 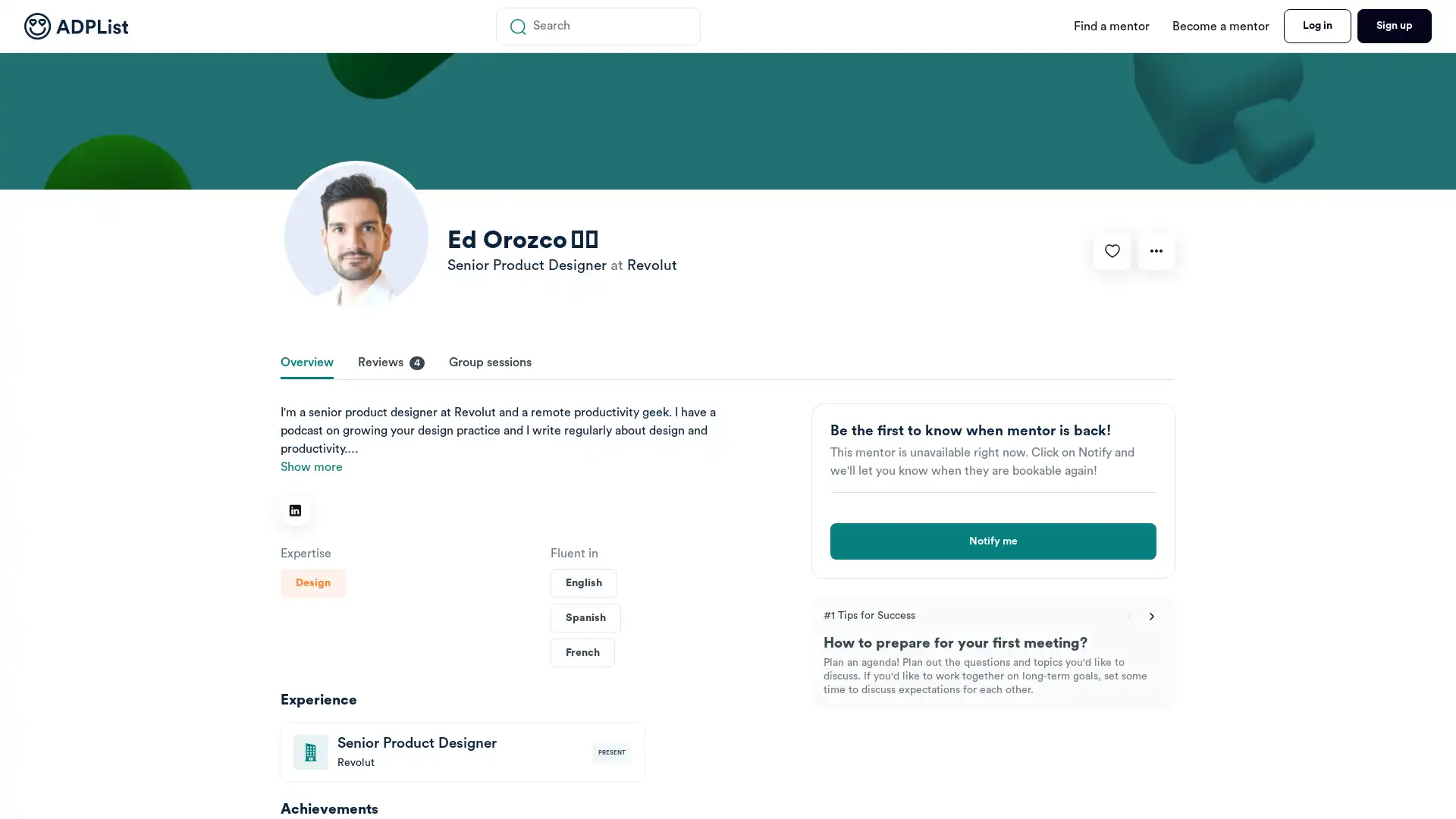 What do you see at coordinates (1394, 26) in the screenshot?
I see `Sign up` at bounding box center [1394, 26].